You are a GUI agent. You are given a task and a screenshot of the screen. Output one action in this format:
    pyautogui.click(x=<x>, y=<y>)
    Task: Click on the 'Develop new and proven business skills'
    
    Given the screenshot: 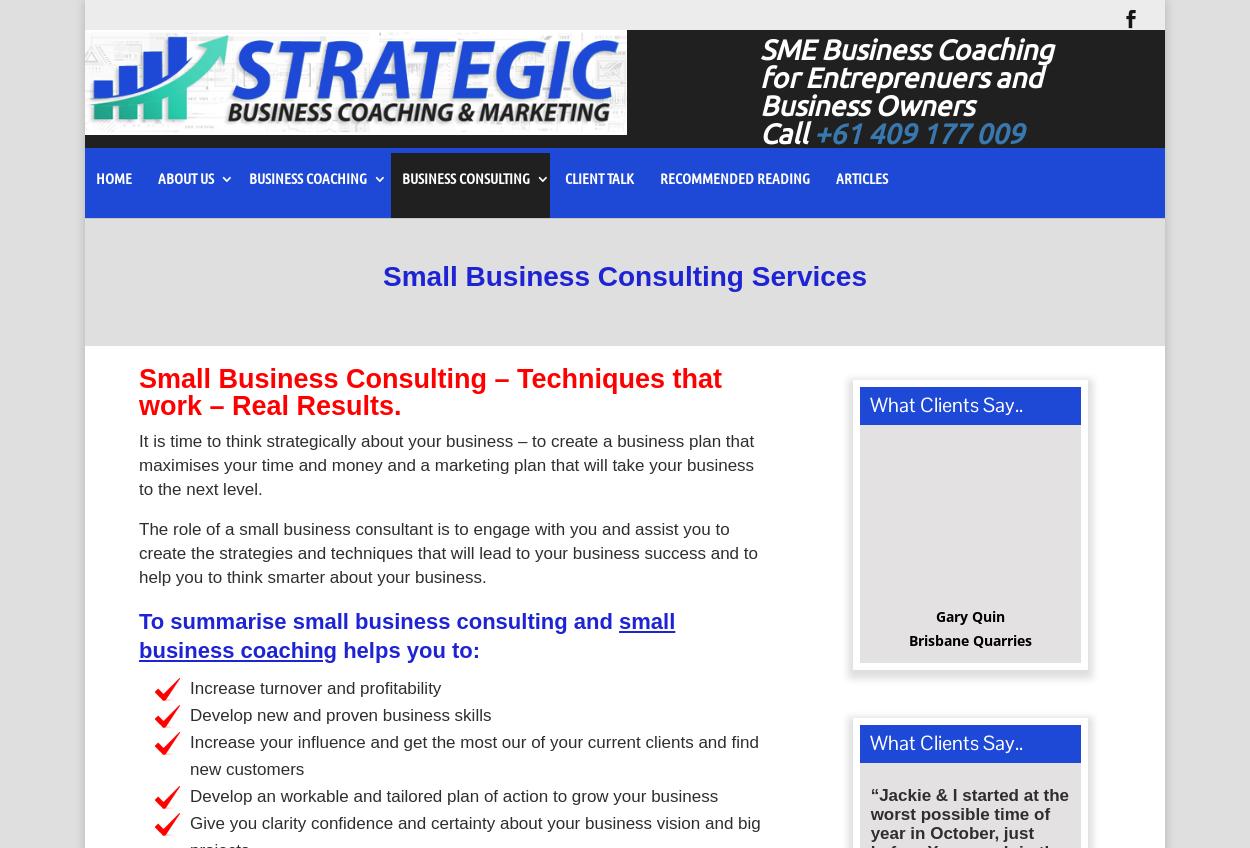 What is the action you would take?
    pyautogui.click(x=339, y=721)
    